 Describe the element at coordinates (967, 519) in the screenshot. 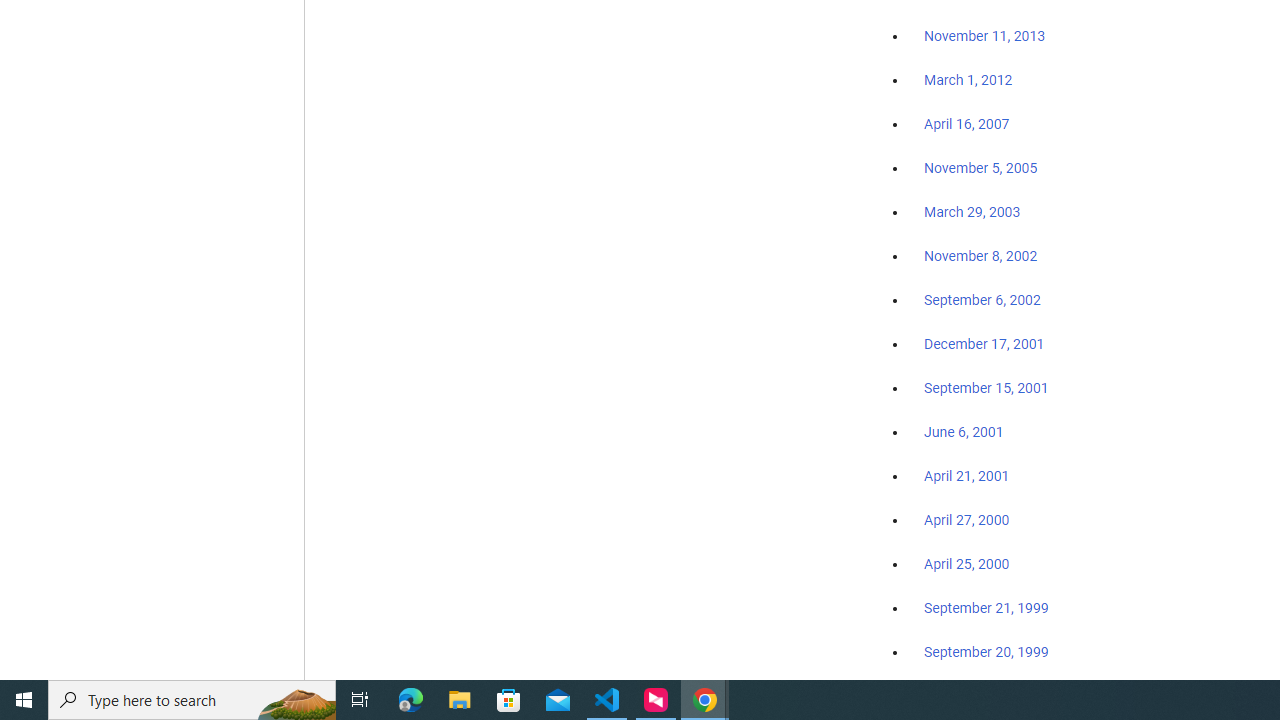

I see `'April 27, 2000'` at that location.